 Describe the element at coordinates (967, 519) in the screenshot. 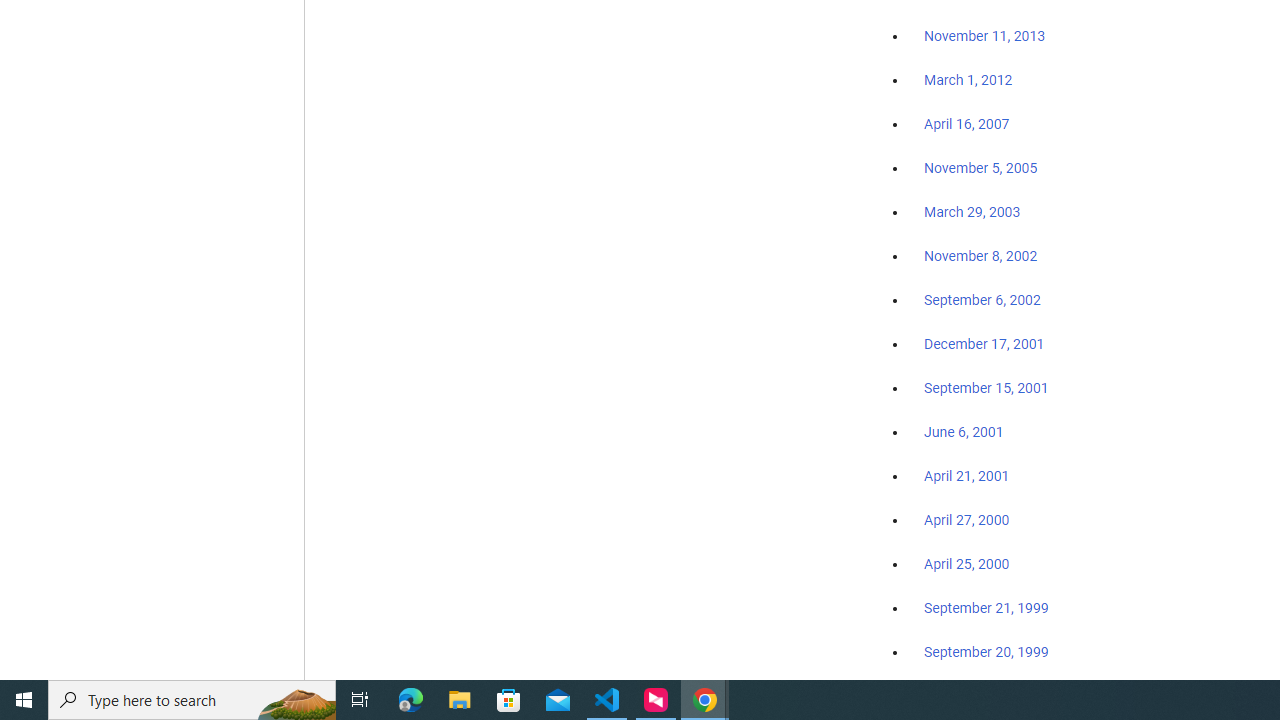

I see `'April 27, 2000'` at that location.